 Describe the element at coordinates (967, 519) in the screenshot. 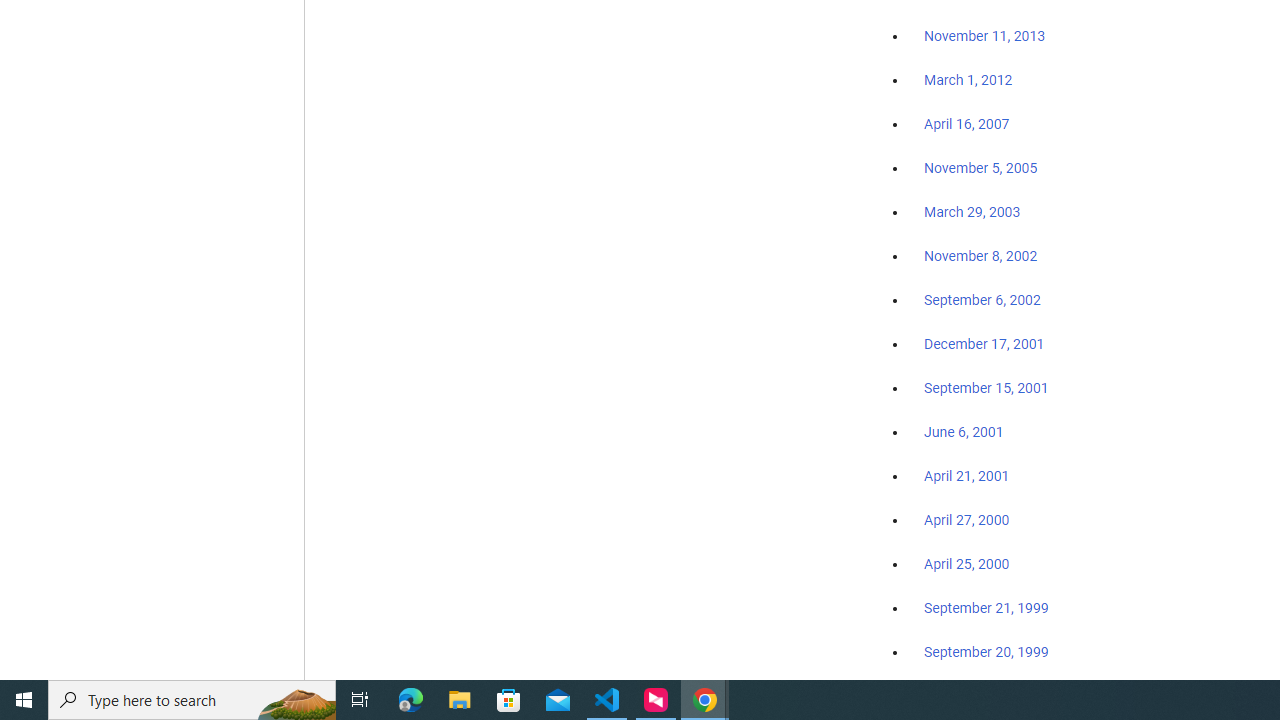

I see `'April 27, 2000'` at that location.